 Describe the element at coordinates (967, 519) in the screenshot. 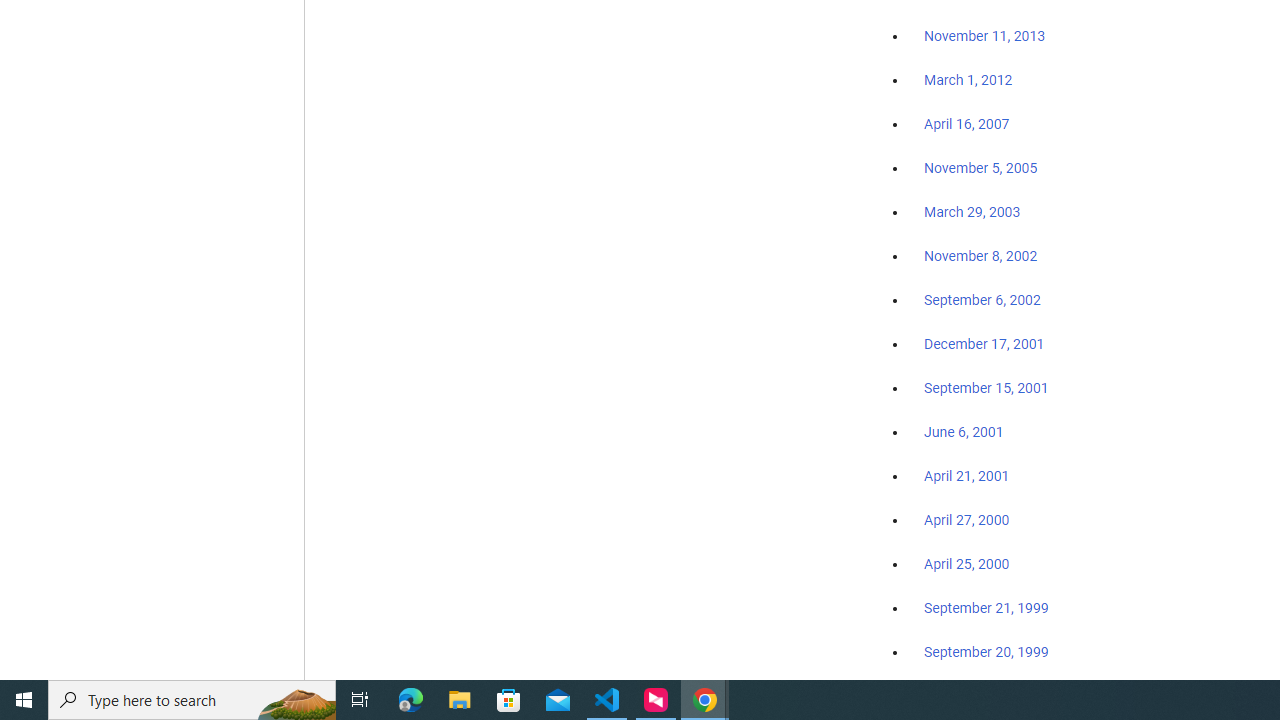

I see `'April 27, 2000'` at that location.